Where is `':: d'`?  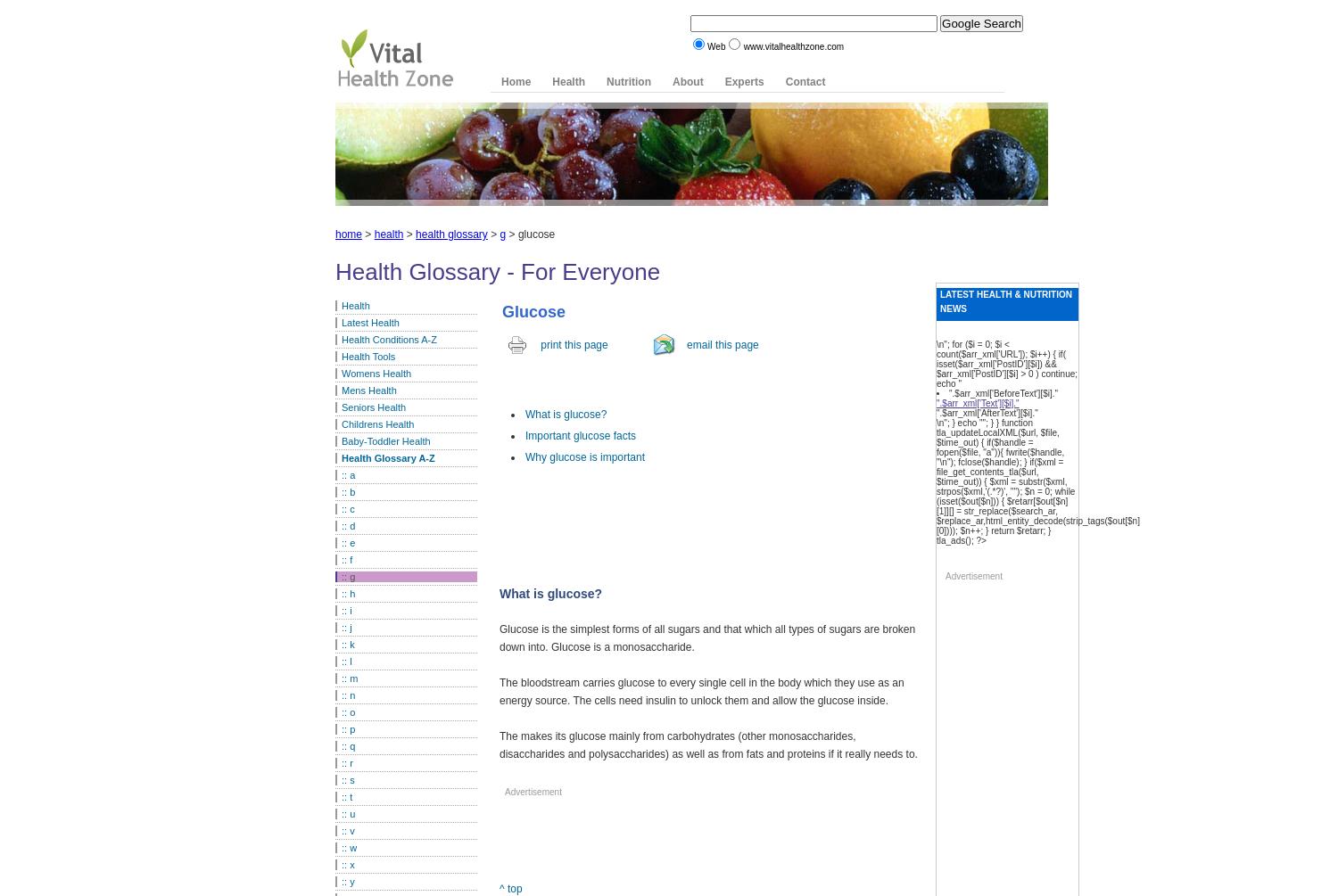 ':: d' is located at coordinates (348, 525).